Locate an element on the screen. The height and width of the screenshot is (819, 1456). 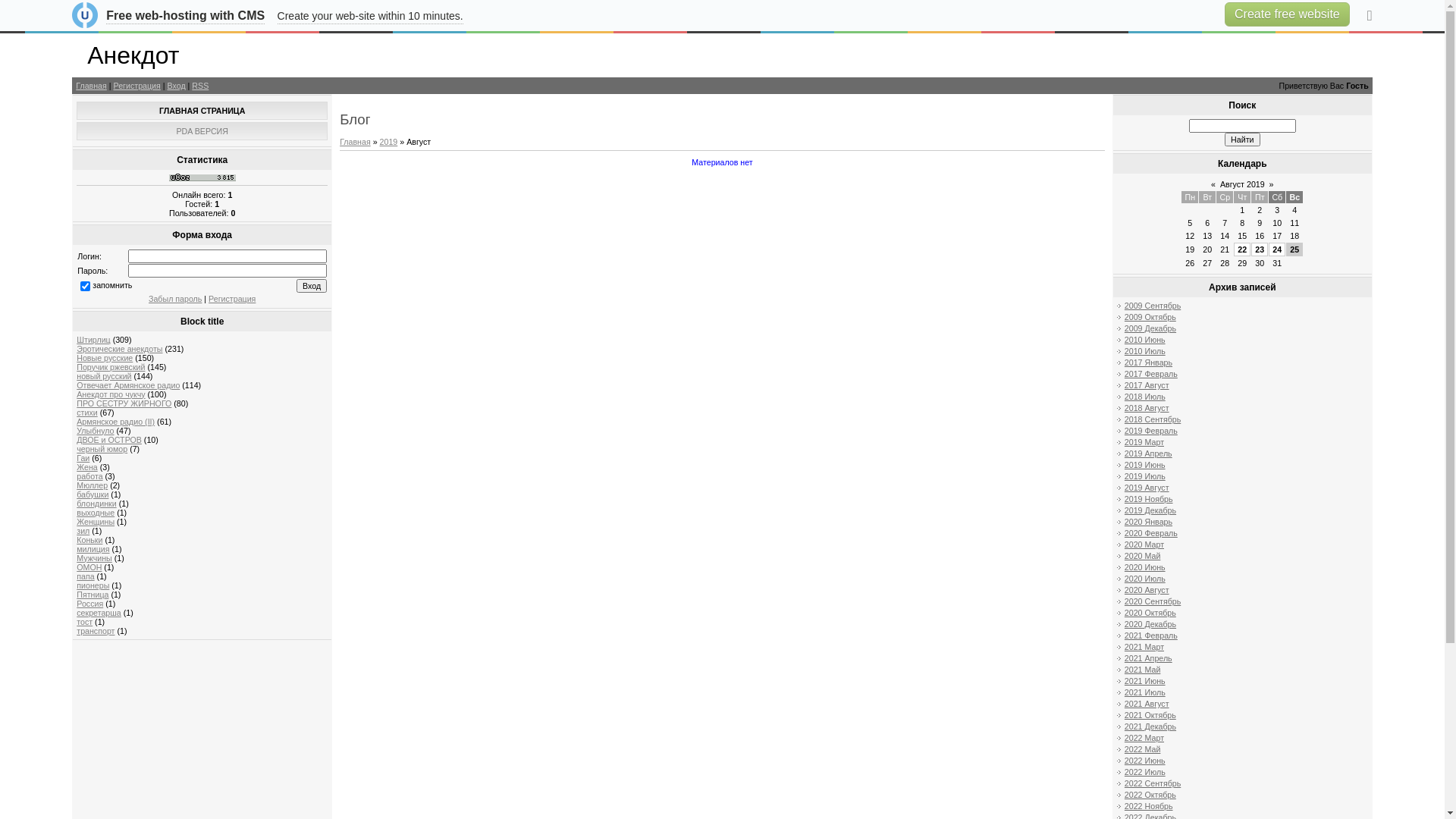
'2019' is located at coordinates (389, 141).